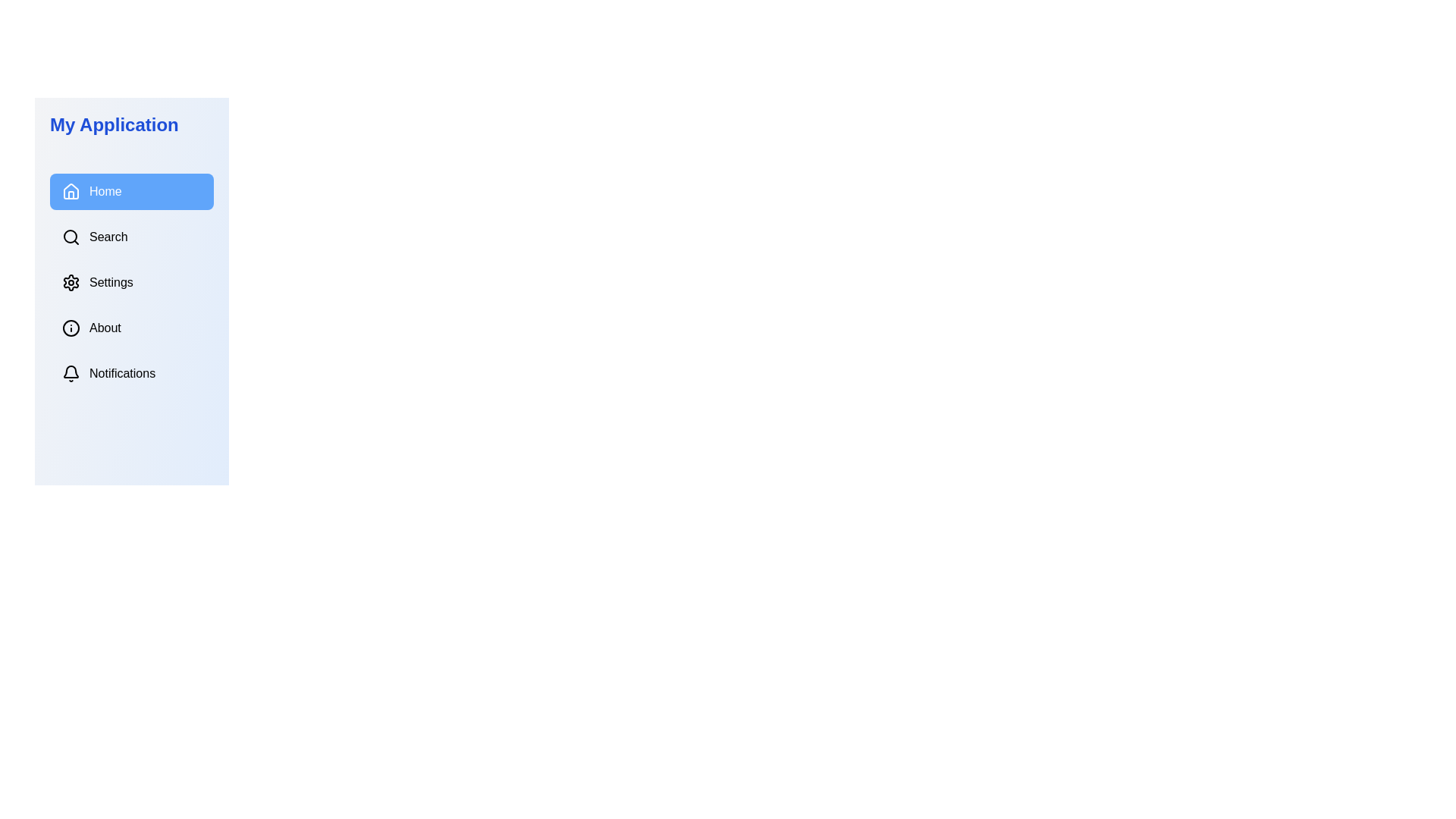 This screenshot has height=819, width=1456. Describe the element at coordinates (71, 283) in the screenshot. I see `the settings icon in the sidebar menu` at that location.